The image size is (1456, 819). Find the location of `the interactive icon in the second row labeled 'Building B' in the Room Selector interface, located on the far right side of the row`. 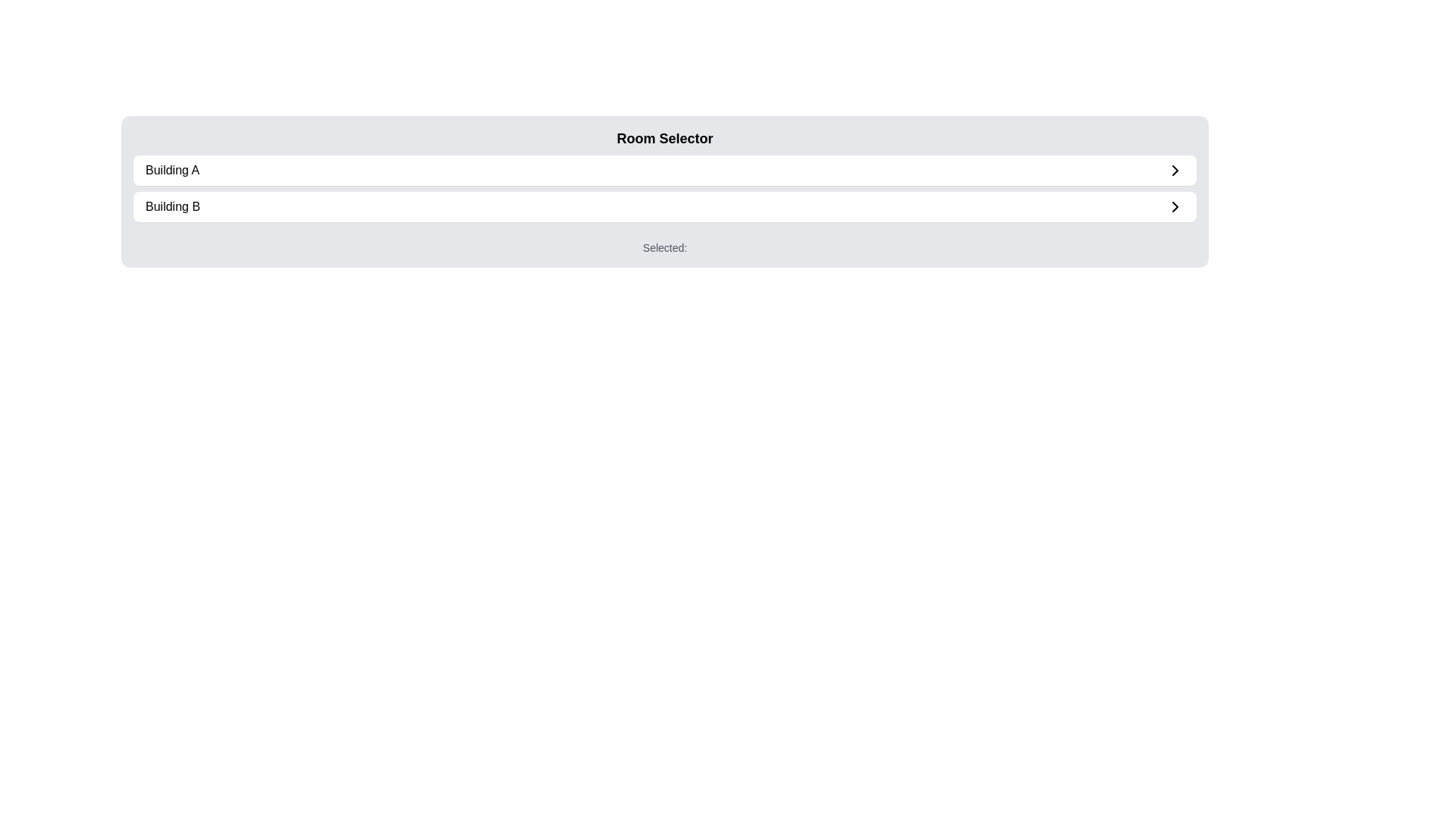

the interactive icon in the second row labeled 'Building B' in the Room Selector interface, located on the far right side of the row is located at coordinates (1175, 207).